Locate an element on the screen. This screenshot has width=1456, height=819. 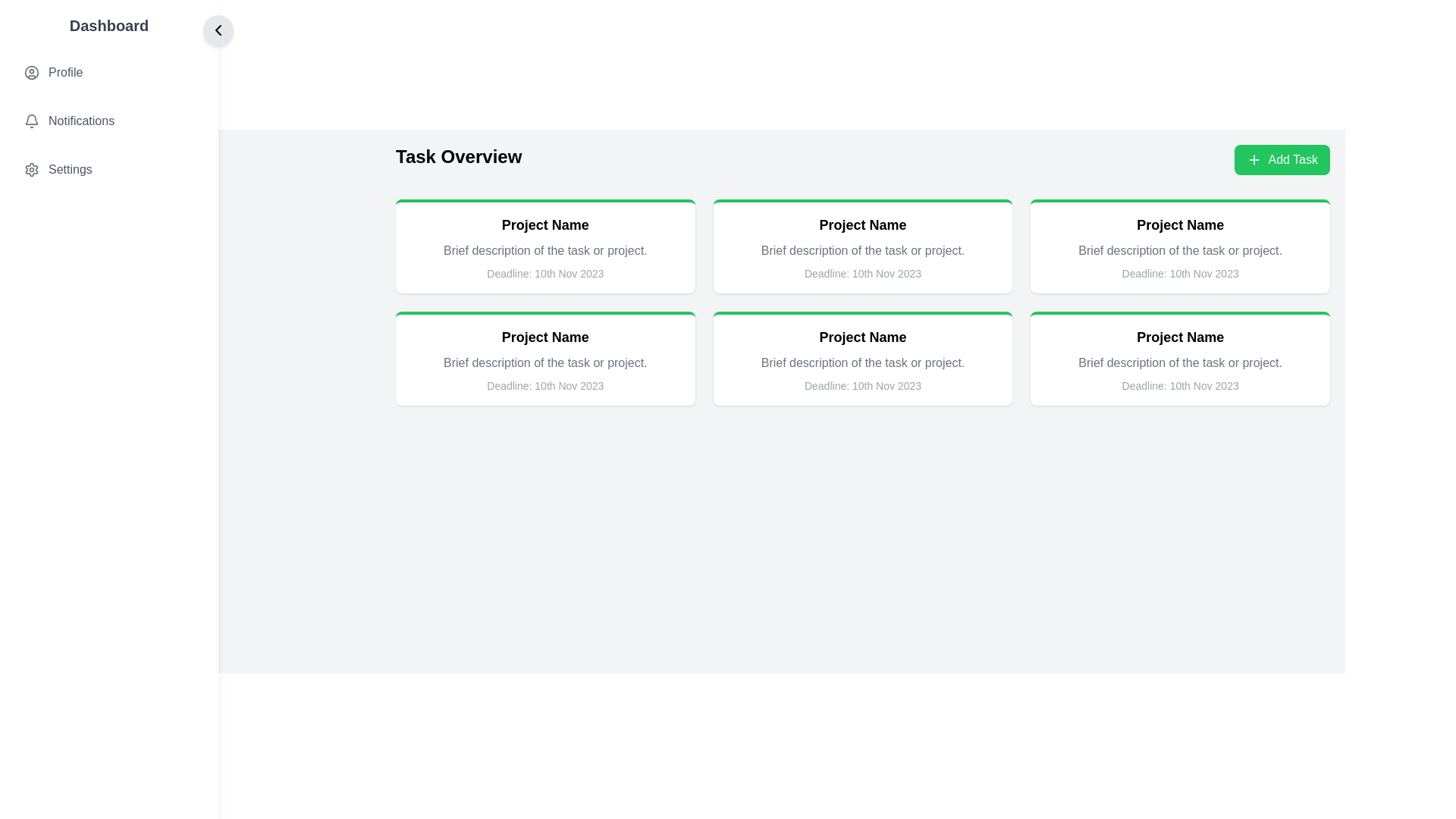
the Text label that provides a summary or short description of the corresponding task or project, located below the heading 'Project Name' in the bottom-right part of a grid layout is located at coordinates (862, 362).